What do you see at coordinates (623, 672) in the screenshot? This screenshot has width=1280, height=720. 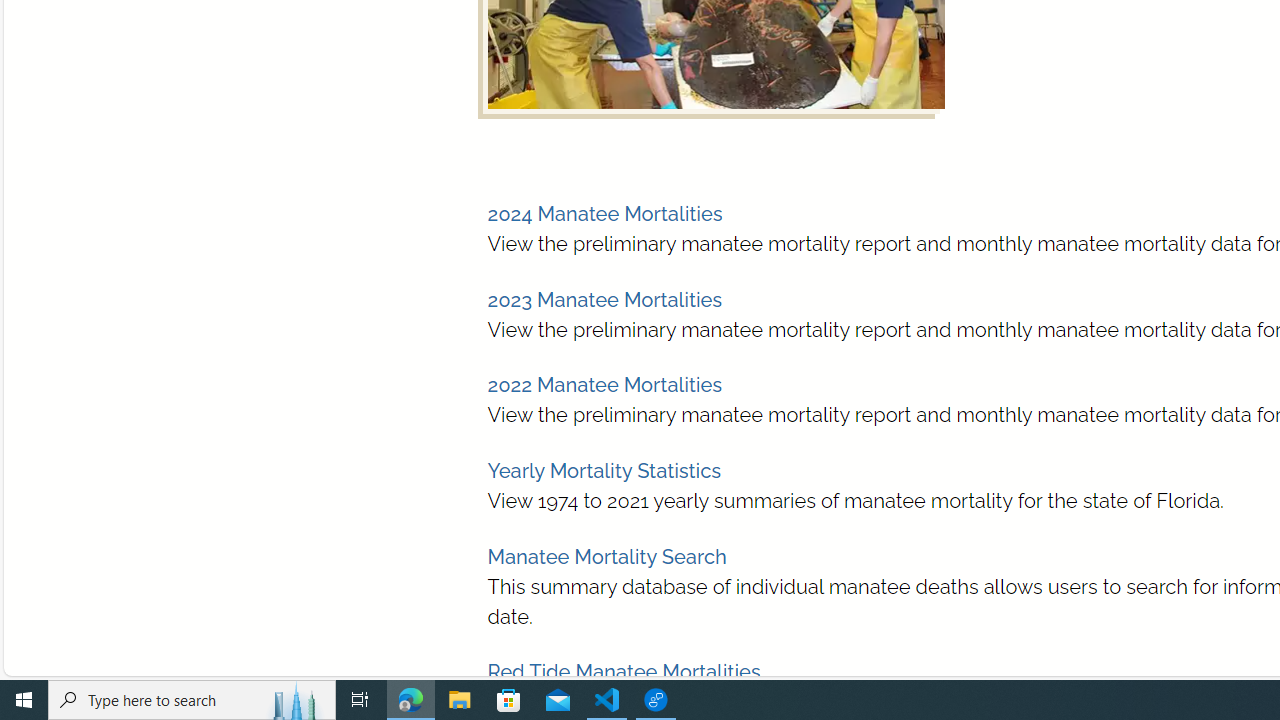 I see `'Red Tide Manatee Mortalities'` at bounding box center [623, 672].